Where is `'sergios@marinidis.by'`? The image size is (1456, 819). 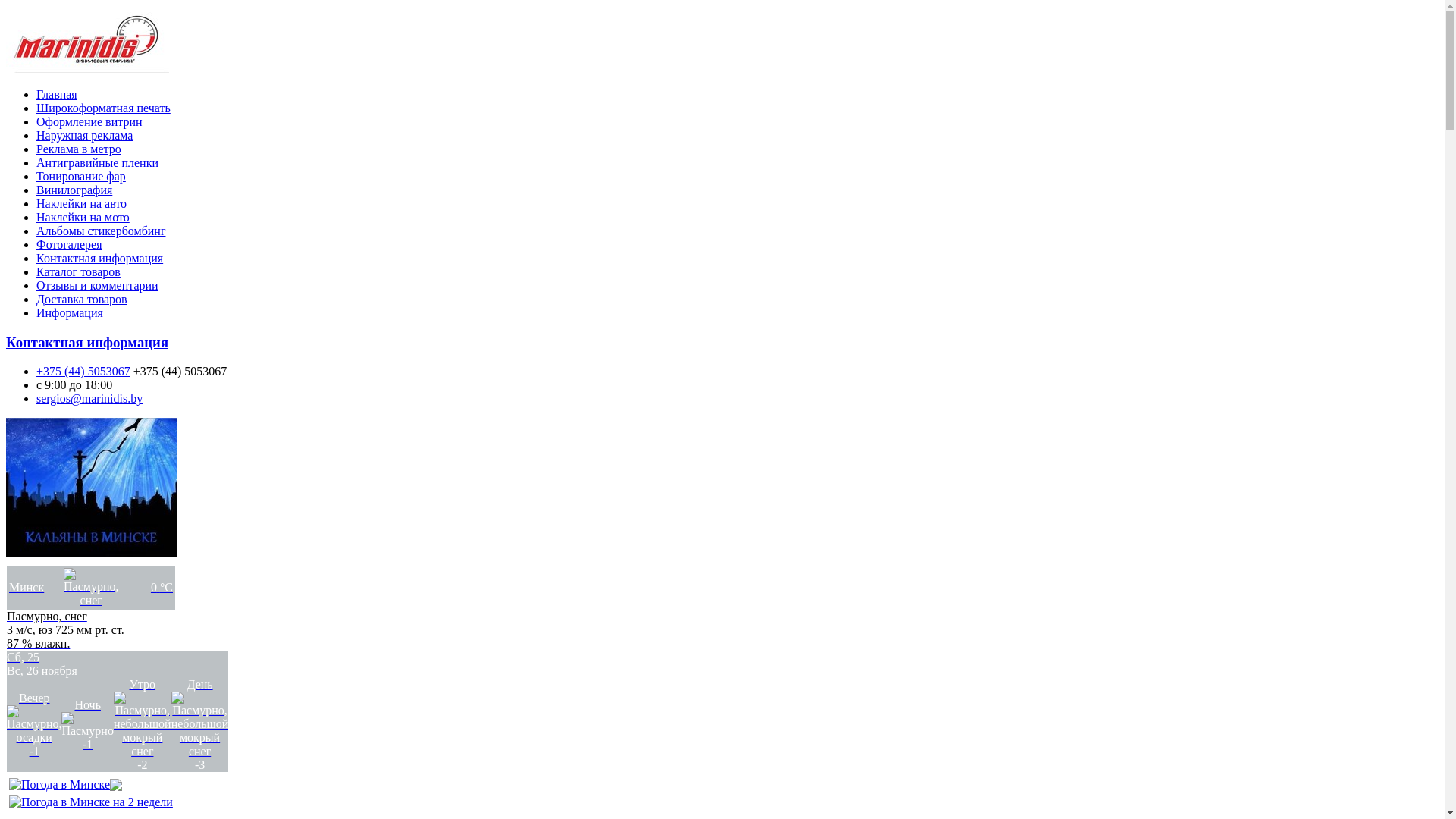
'sergios@marinidis.by' is located at coordinates (89, 397).